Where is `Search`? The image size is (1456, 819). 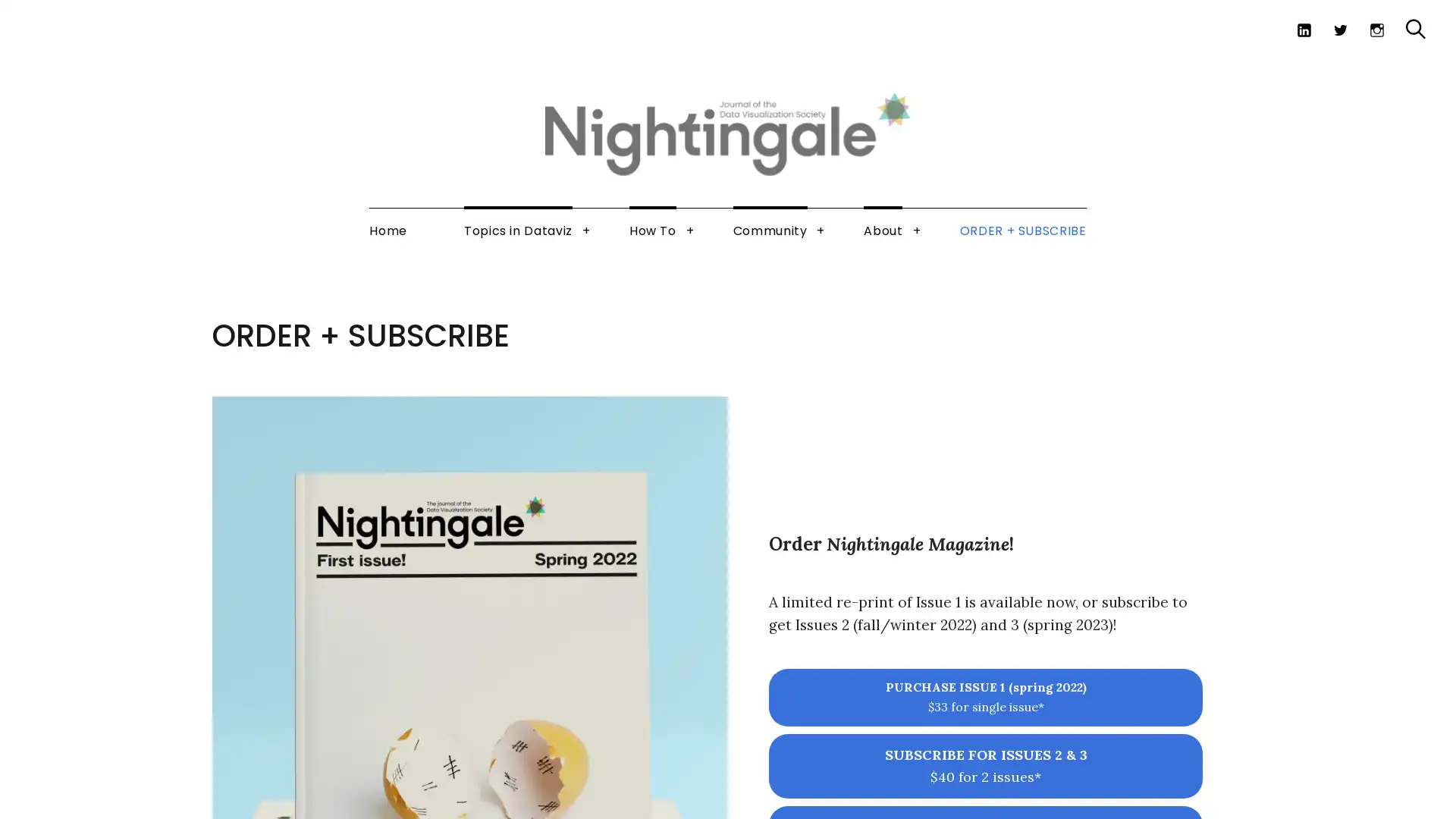 Search is located at coordinates (1415, 29).